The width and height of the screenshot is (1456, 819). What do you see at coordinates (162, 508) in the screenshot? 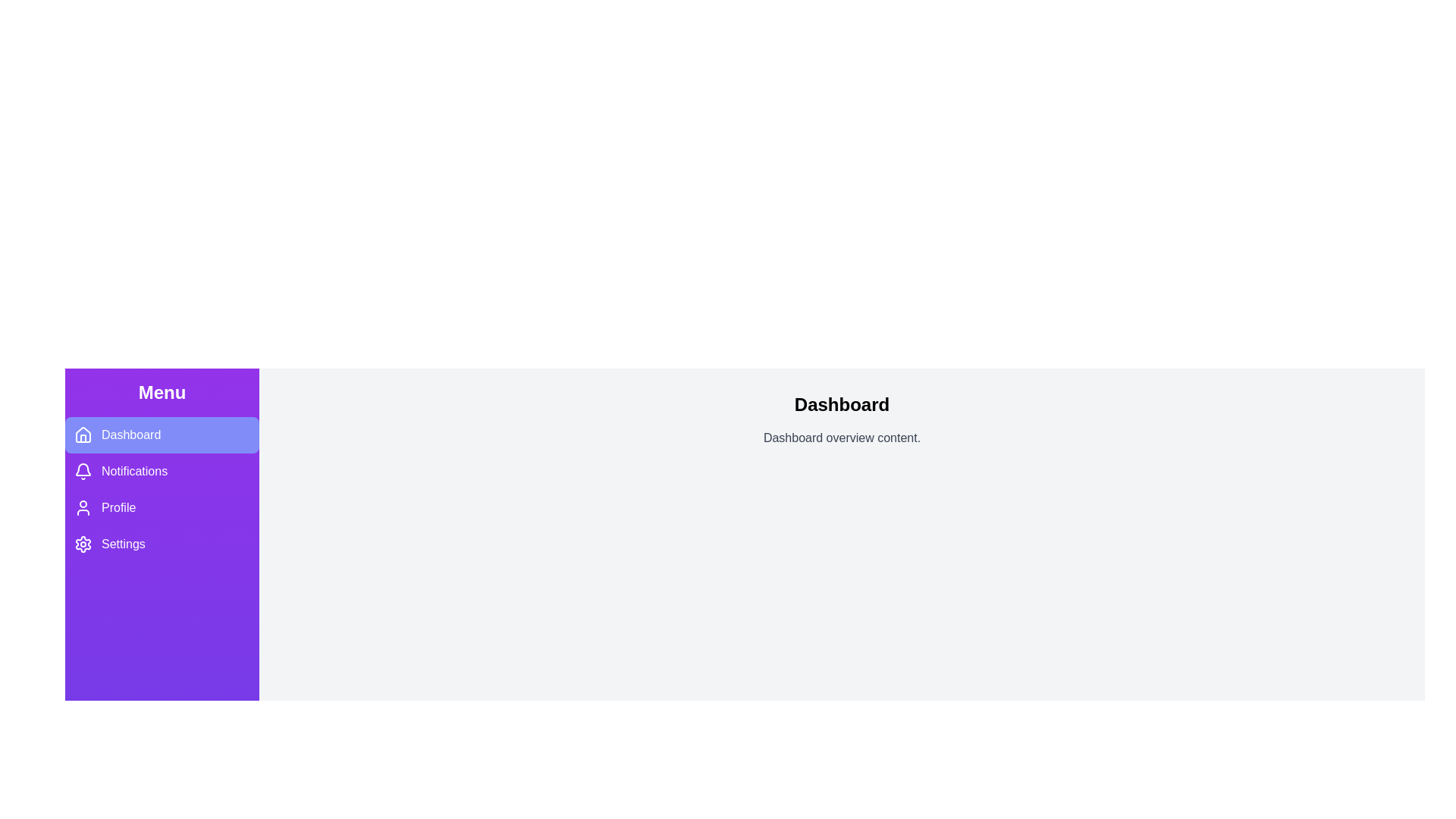
I see `the 'Profile' button, which is the third button in the vertical menu, positioned below 'Notifications' and above 'Settings'` at bounding box center [162, 508].